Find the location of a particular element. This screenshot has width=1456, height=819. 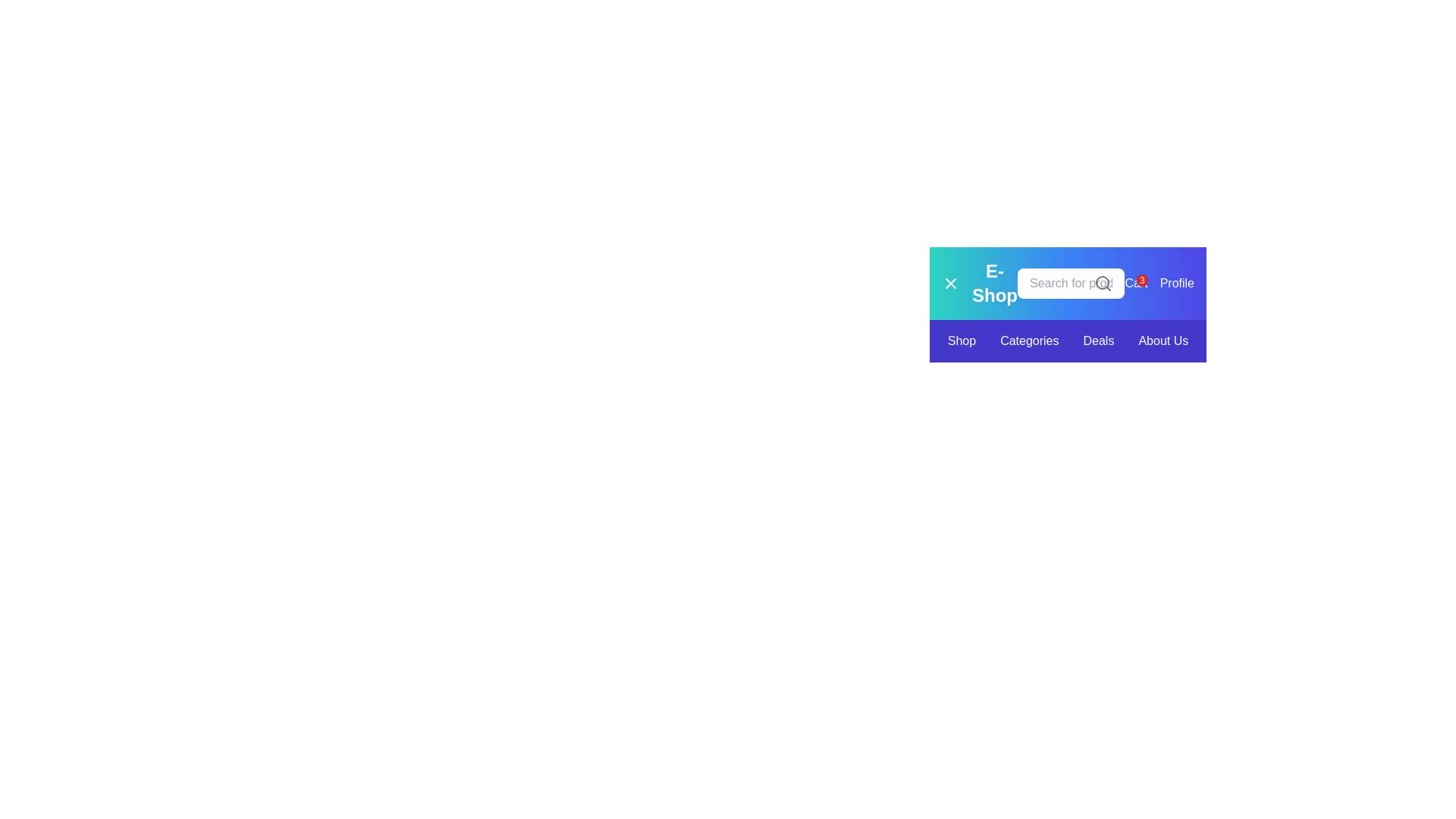

the magnifying glass icon located inside the text input box on the header bar to initiate a search is located at coordinates (1103, 284).